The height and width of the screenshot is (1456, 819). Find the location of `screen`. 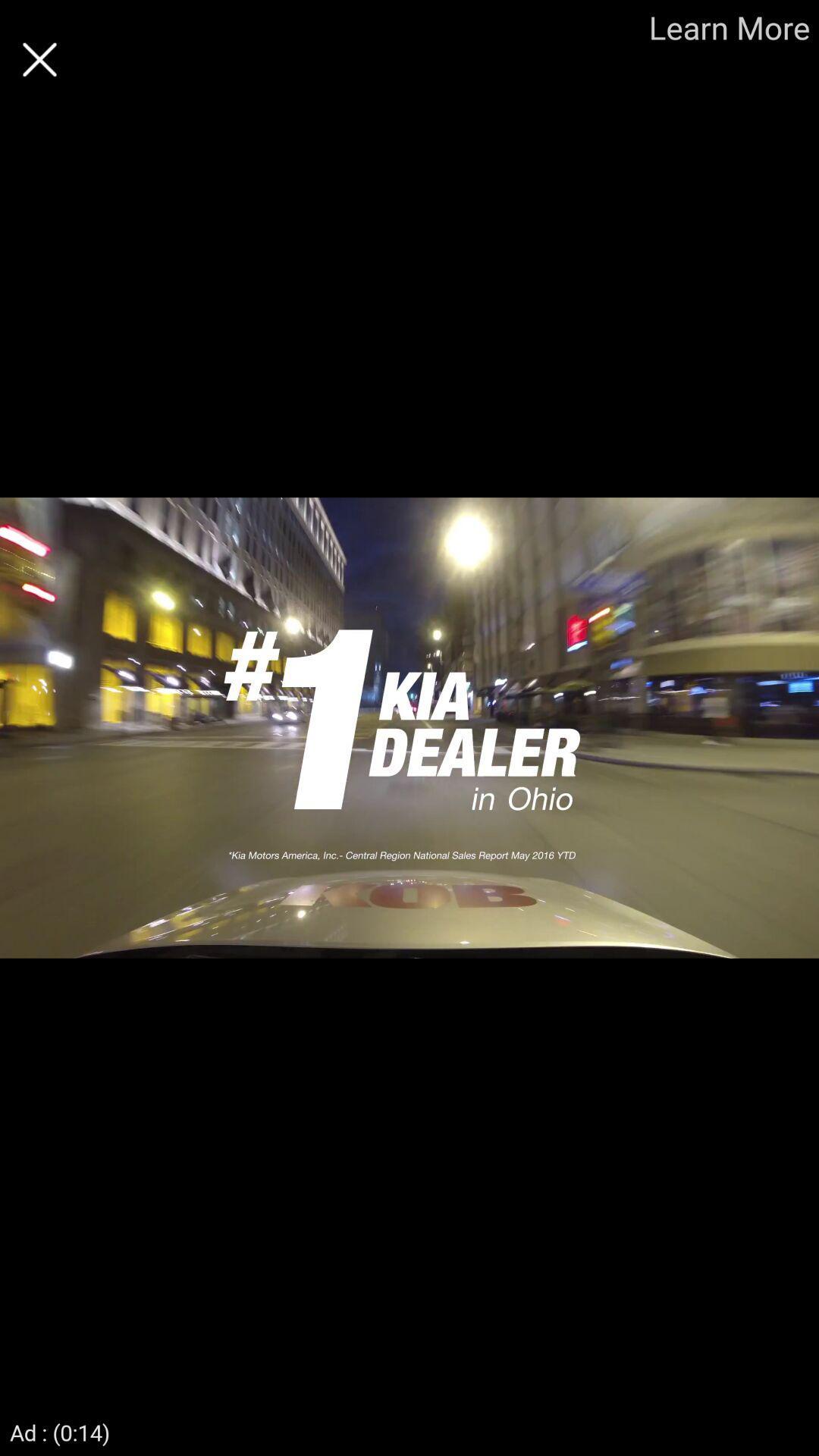

screen is located at coordinates (39, 59).